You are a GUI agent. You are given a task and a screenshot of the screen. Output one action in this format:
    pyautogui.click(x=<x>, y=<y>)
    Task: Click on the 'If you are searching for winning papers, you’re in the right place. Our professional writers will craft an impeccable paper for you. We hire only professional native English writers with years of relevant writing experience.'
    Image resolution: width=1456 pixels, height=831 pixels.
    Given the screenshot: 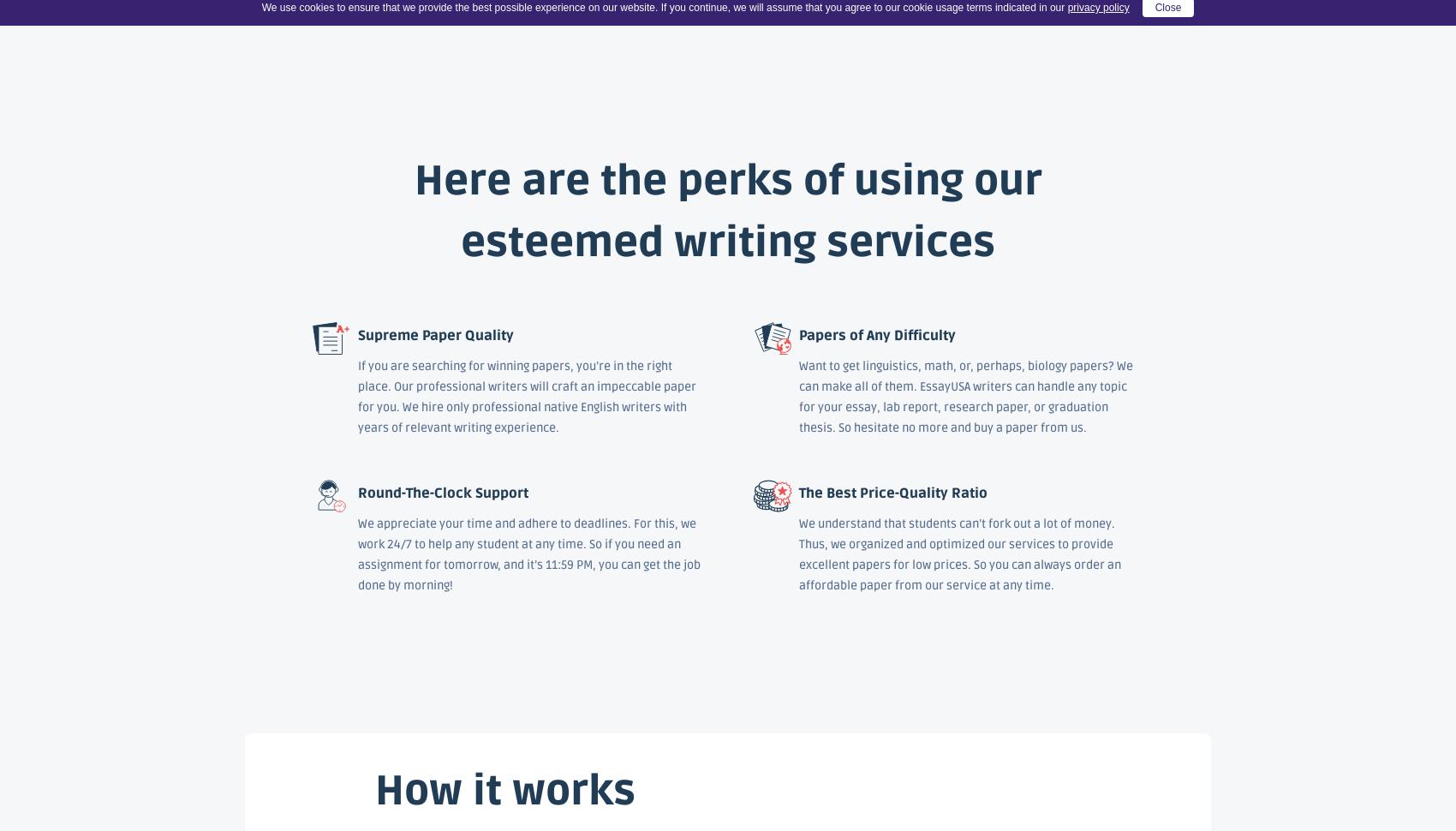 What is the action you would take?
    pyautogui.click(x=526, y=396)
    